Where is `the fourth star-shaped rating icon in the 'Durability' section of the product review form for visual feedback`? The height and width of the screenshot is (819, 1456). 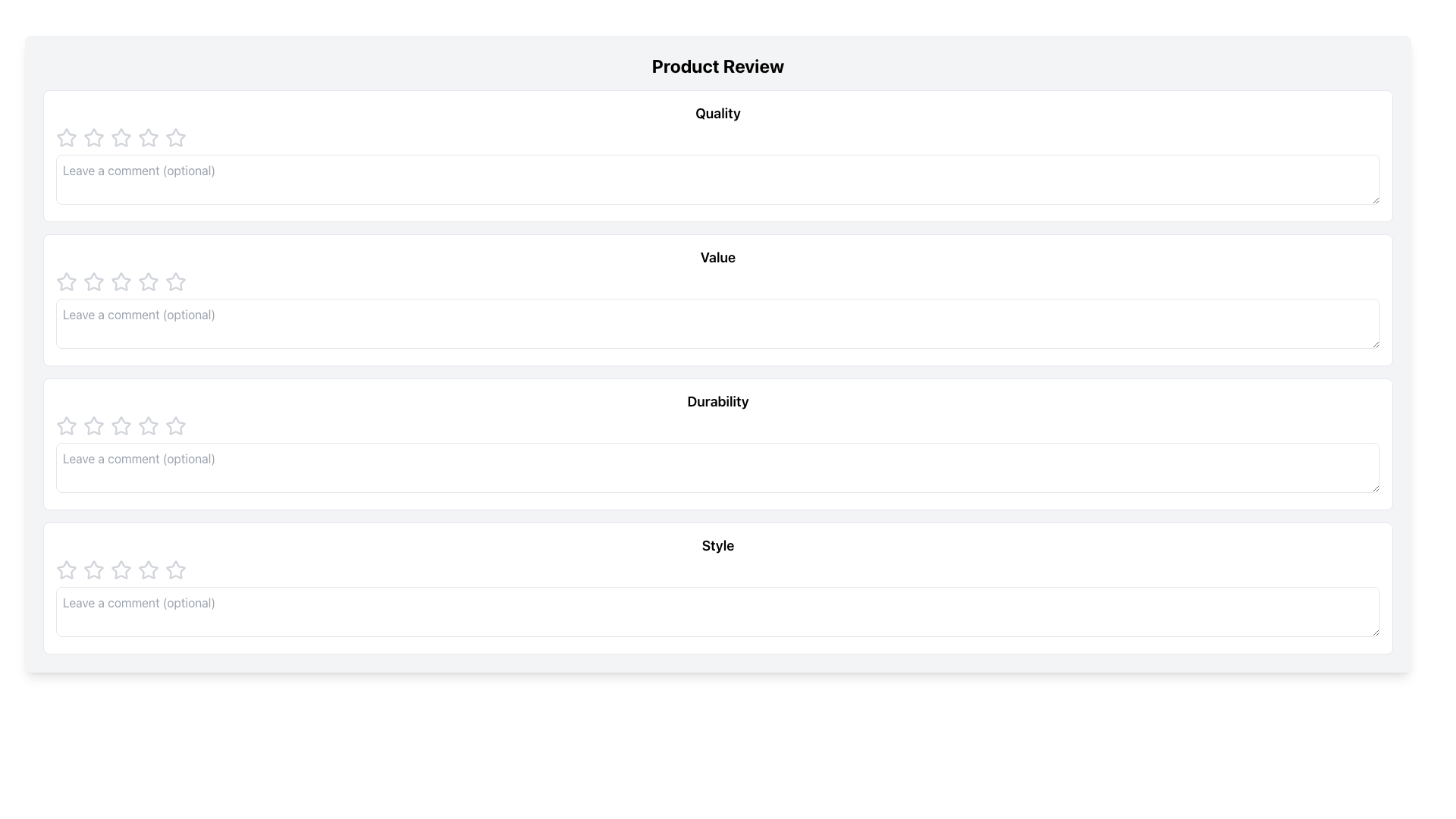 the fourth star-shaped rating icon in the 'Durability' section of the product review form for visual feedback is located at coordinates (120, 426).